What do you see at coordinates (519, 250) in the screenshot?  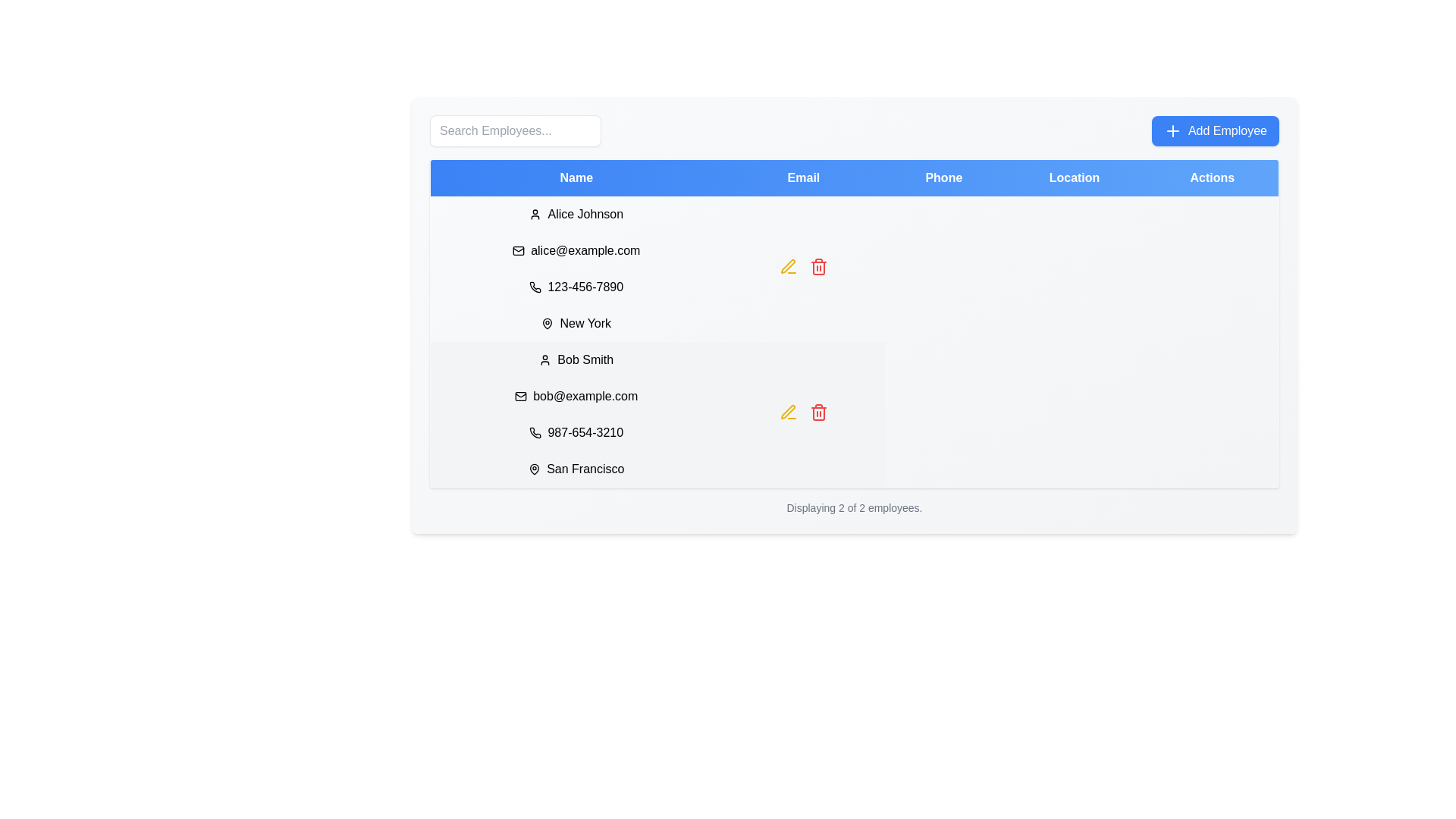 I see `the rectangular icon inside the mail envelope icon, located near 'alice@example.com' in the first data row to trigger tooltip or highlight effects` at bounding box center [519, 250].